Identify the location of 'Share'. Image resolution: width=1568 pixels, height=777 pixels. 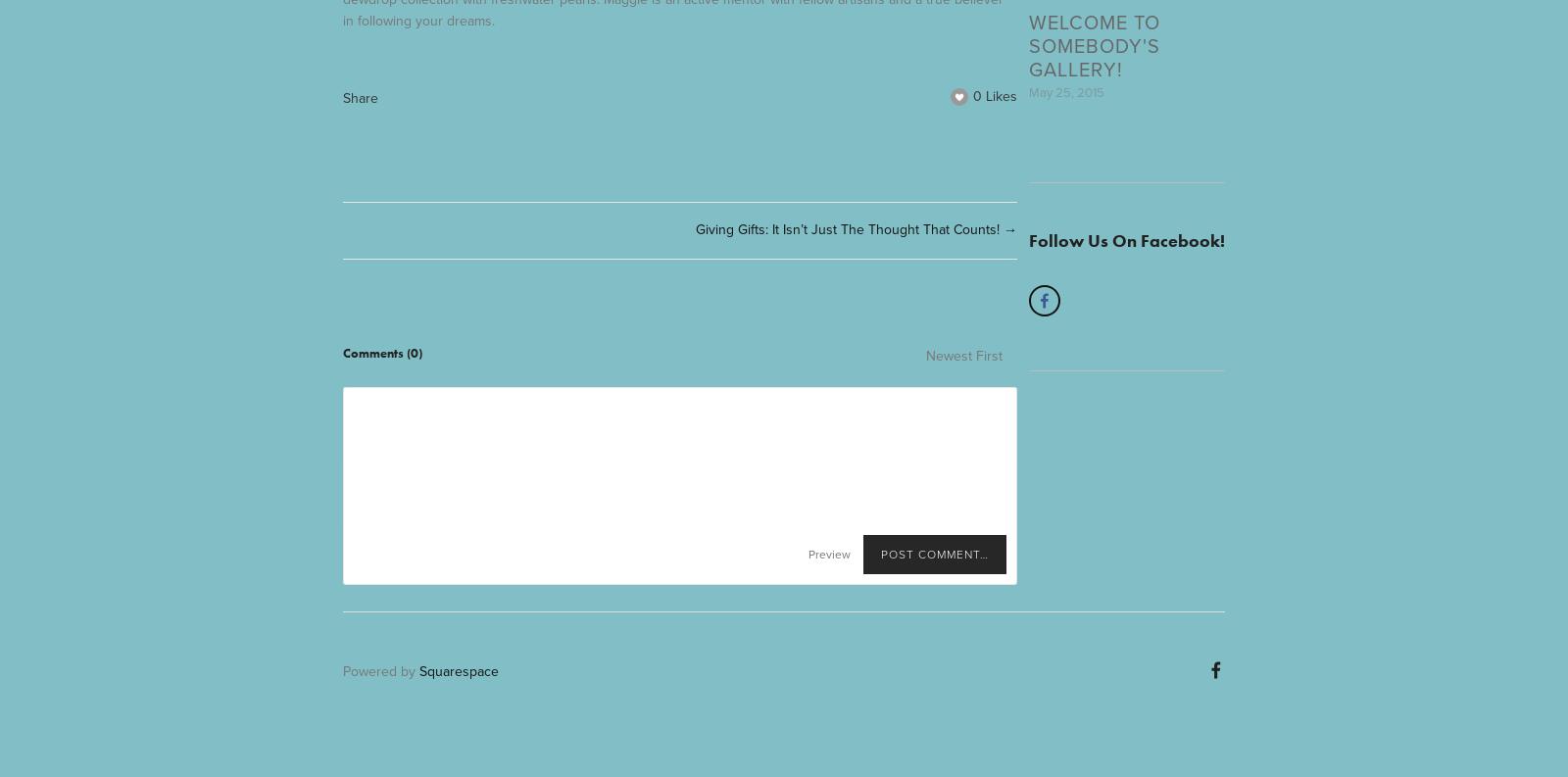
(361, 96).